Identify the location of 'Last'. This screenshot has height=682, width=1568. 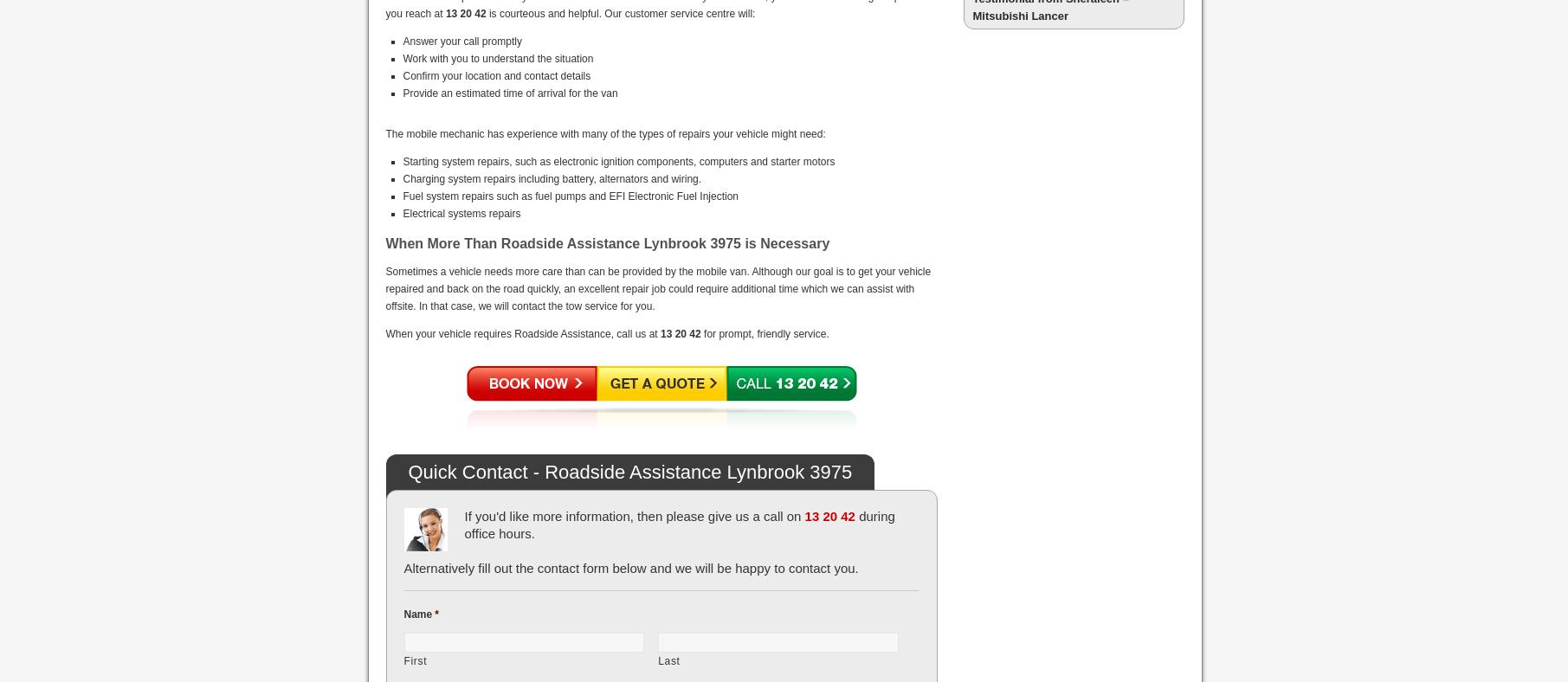
(668, 660).